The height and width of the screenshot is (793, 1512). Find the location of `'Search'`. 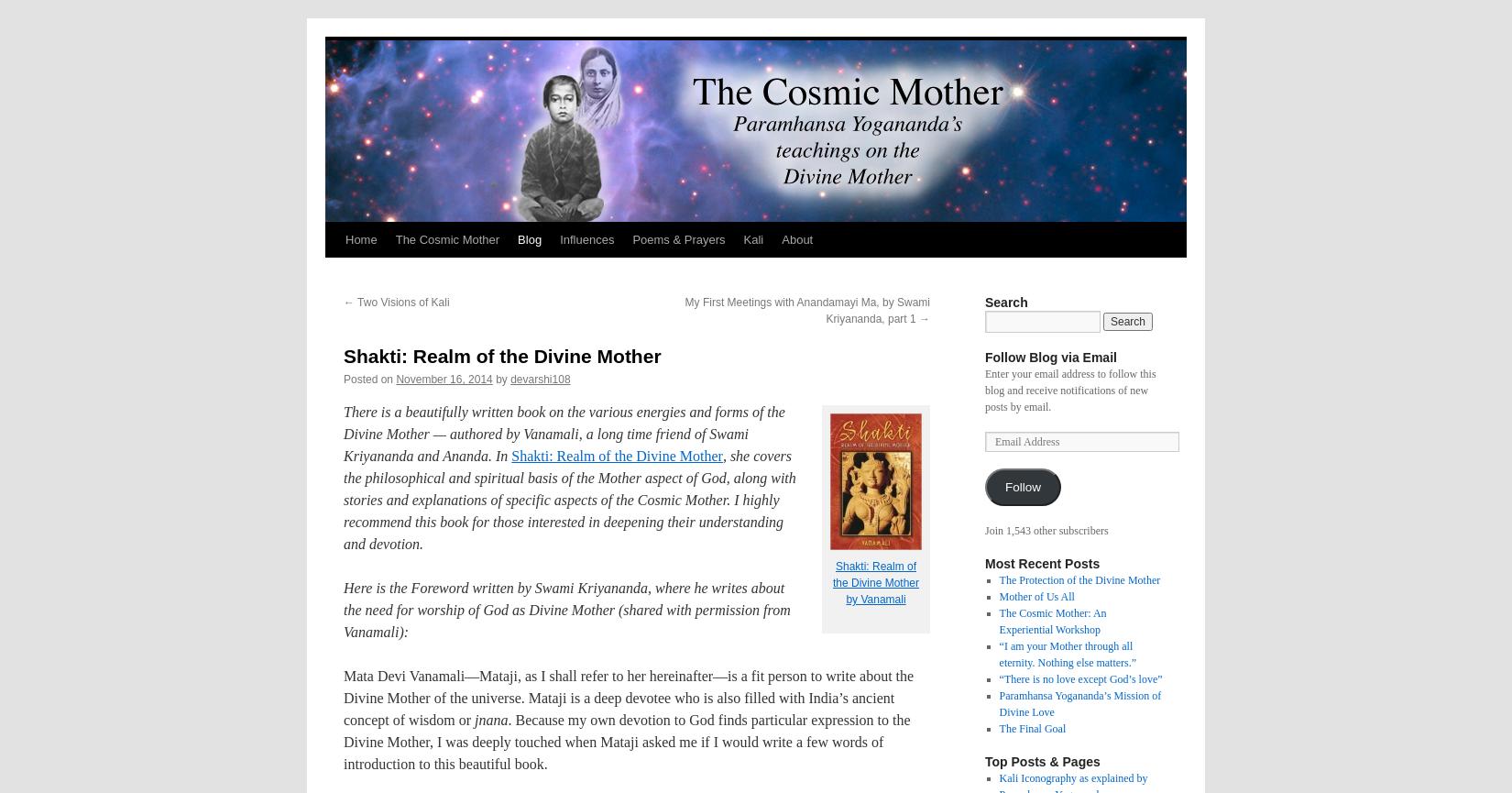

'Search' is located at coordinates (984, 302).